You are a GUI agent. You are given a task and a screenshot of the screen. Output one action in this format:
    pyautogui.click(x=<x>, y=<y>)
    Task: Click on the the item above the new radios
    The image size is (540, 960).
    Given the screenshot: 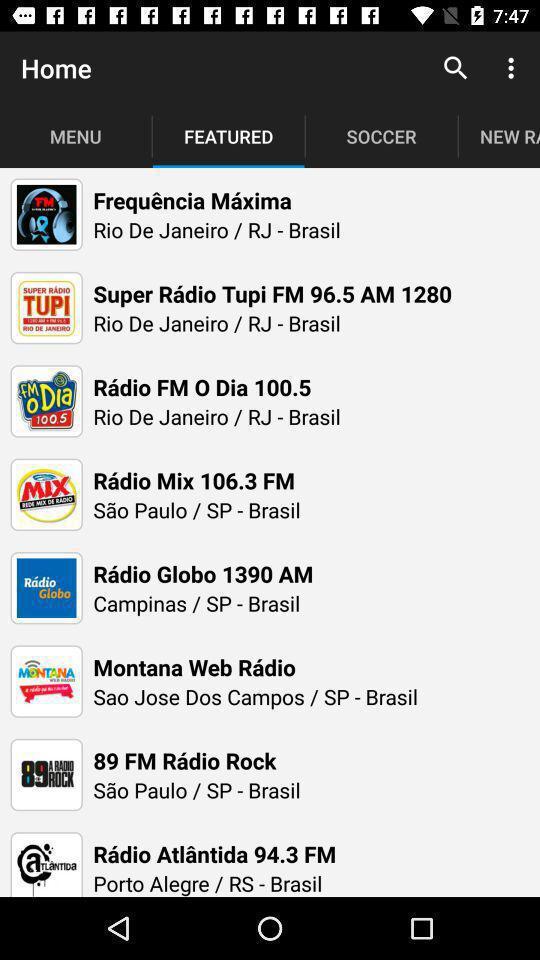 What is the action you would take?
    pyautogui.click(x=455, y=68)
    